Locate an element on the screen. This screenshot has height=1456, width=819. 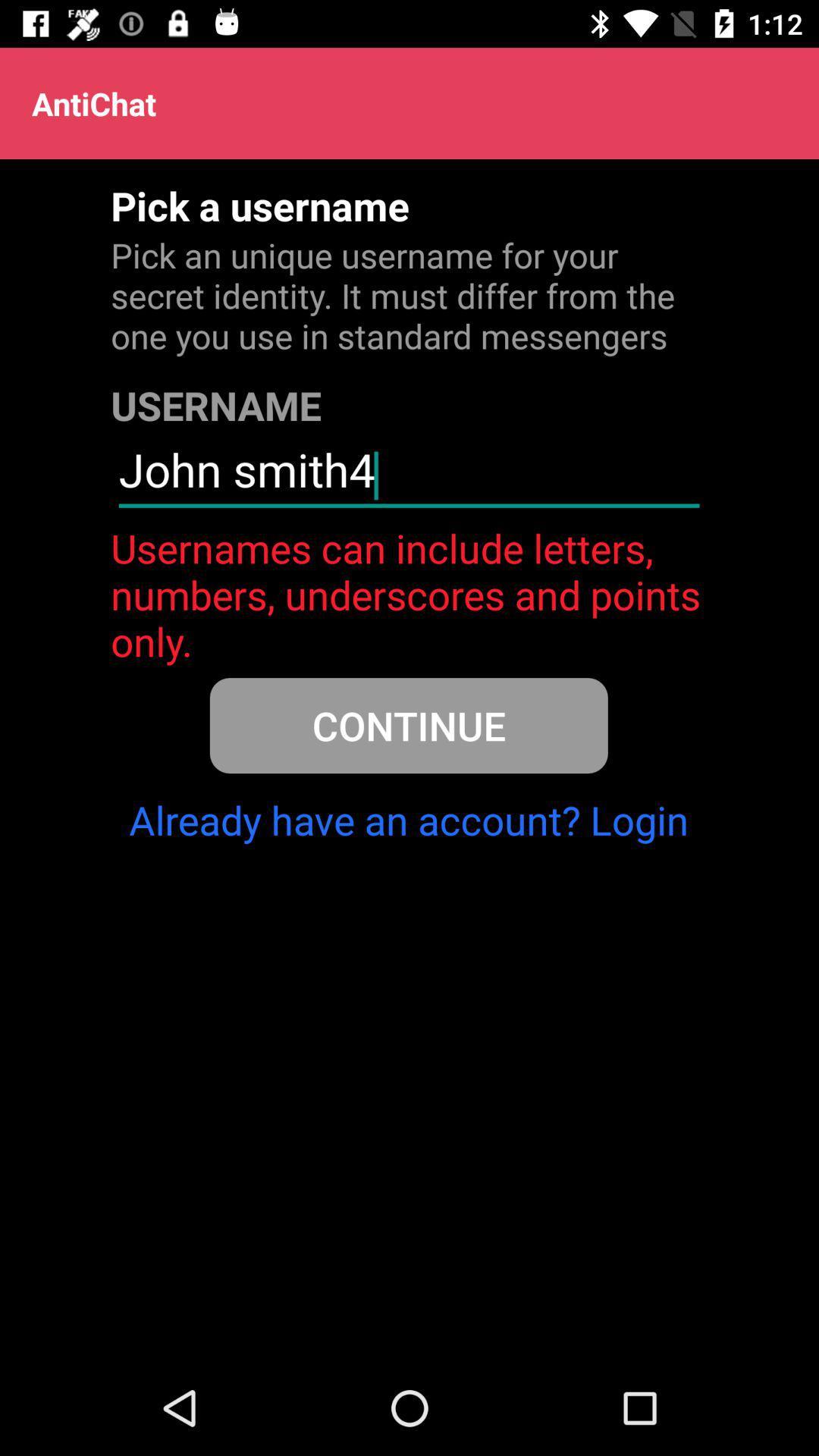
john smith4 is located at coordinates (408, 475).